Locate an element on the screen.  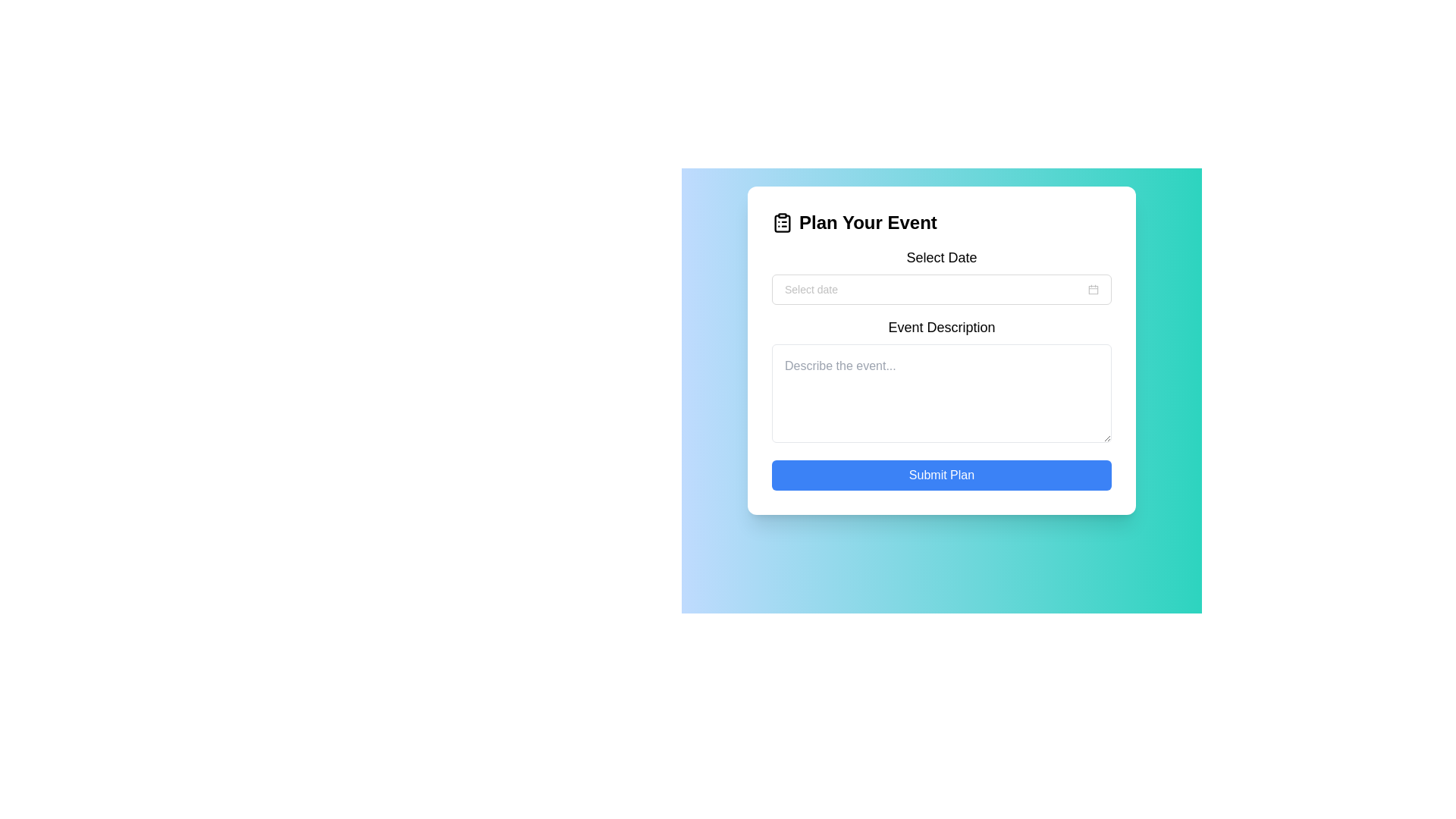
the static text label above the 'Select date' input field, which provides context and instruction to the user is located at coordinates (941, 256).